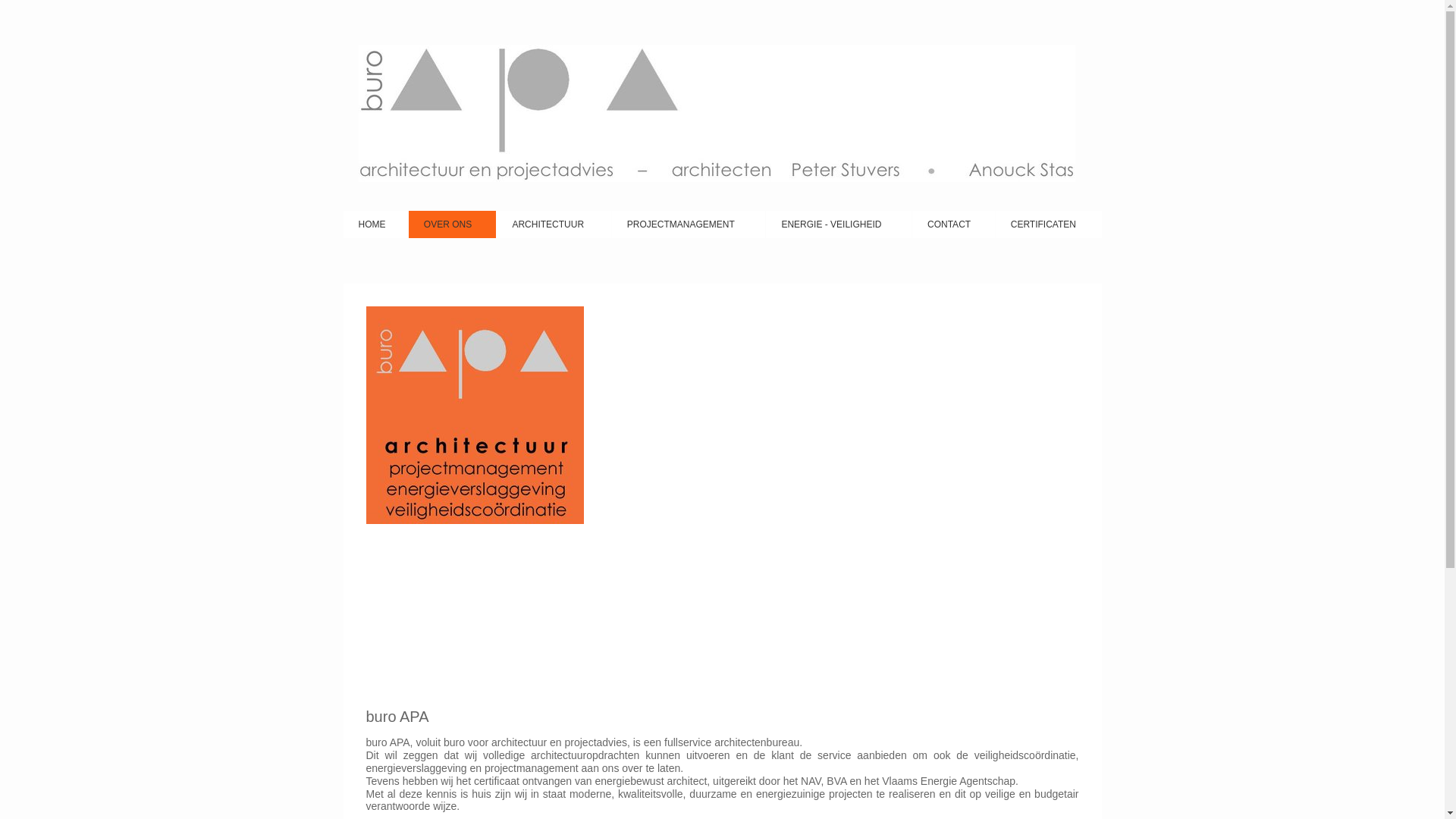 The height and width of the screenshot is (819, 1456). I want to click on 'OVER ONS', so click(451, 224).